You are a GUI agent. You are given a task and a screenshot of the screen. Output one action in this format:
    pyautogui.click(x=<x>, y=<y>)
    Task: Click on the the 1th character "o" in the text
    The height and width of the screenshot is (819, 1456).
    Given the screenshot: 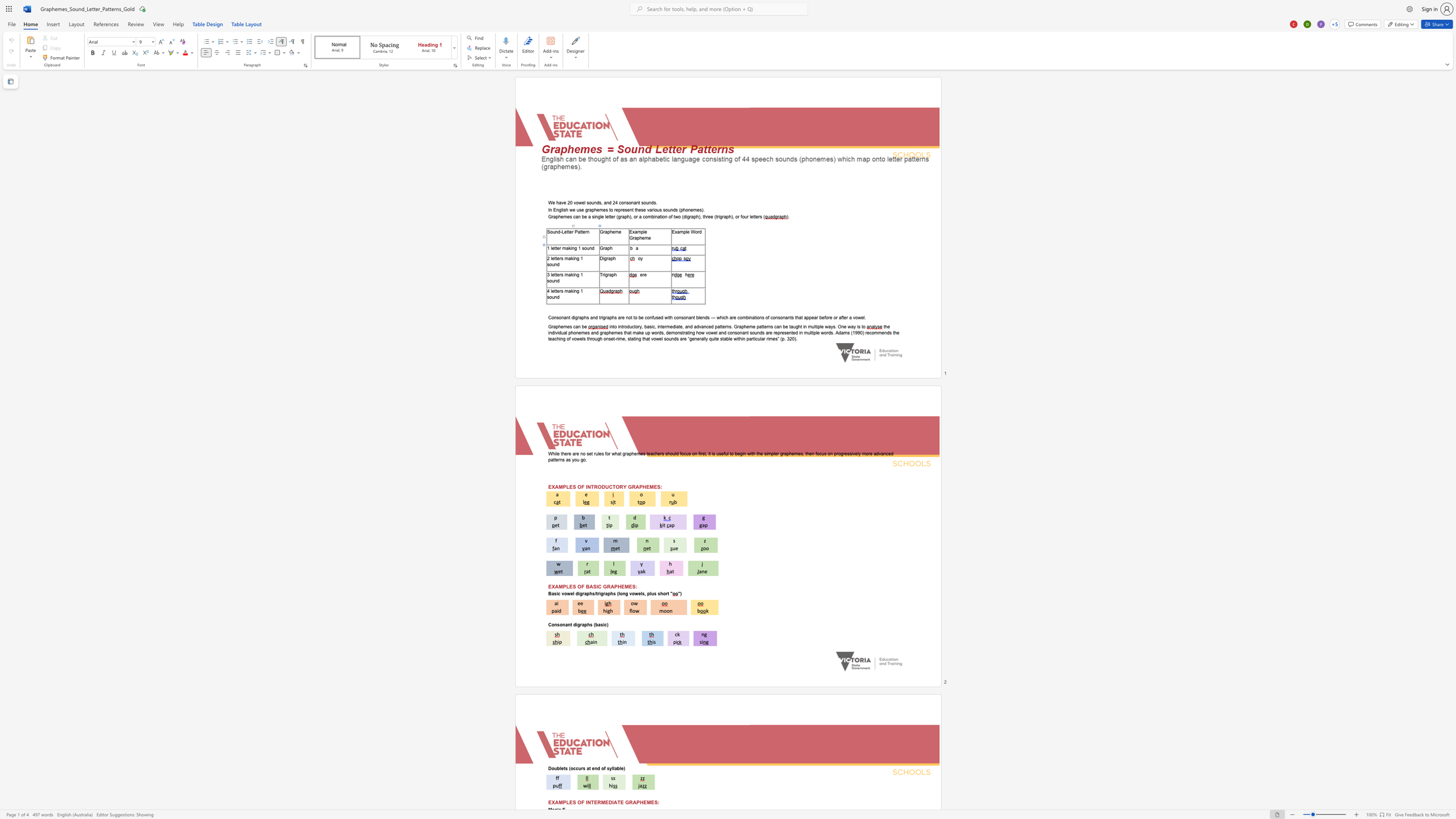 What is the action you would take?
    pyautogui.click(x=696, y=231)
    